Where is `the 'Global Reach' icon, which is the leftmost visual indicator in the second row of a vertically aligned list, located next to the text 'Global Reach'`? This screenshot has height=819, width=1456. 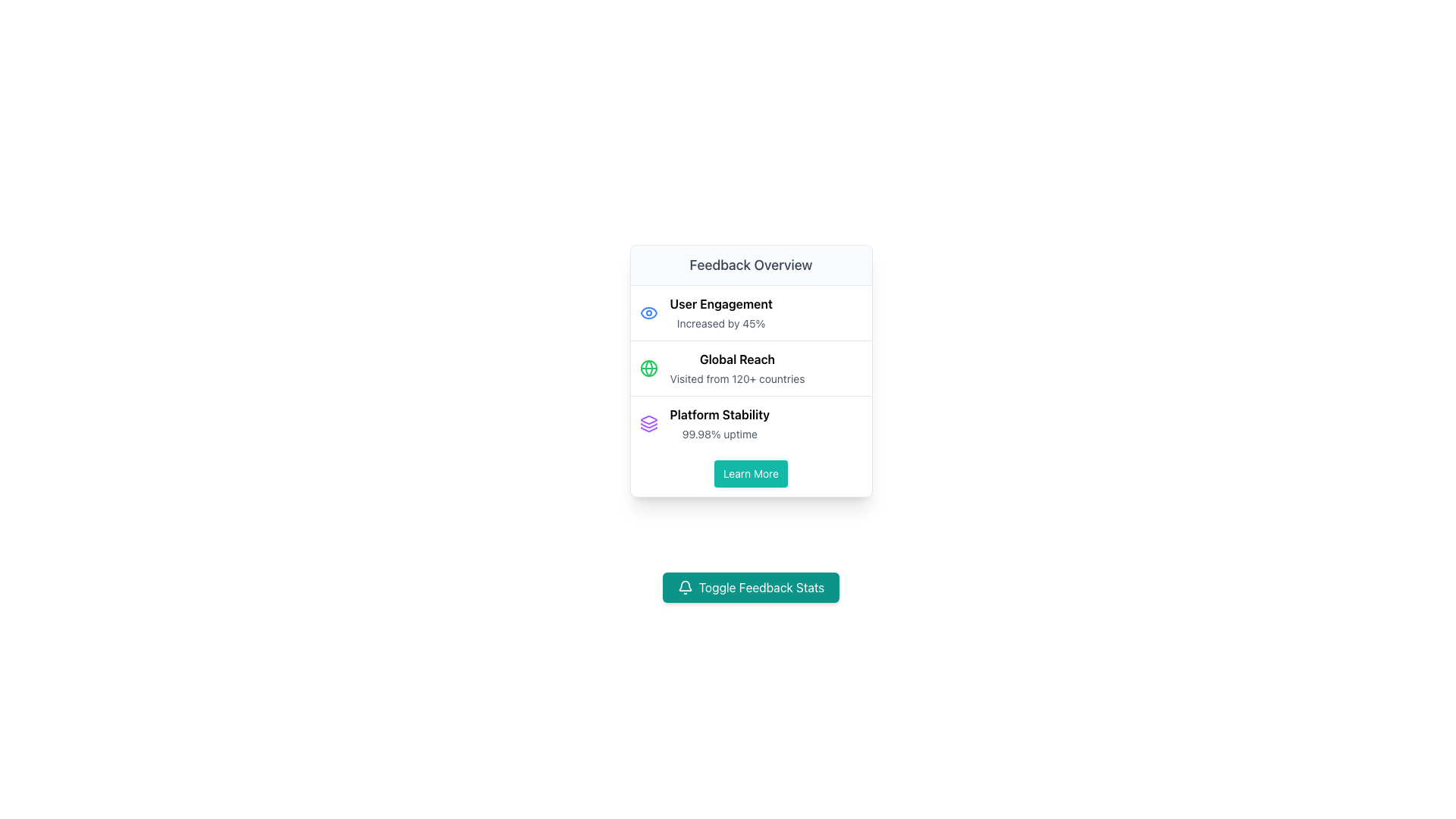
the 'Global Reach' icon, which is the leftmost visual indicator in the second row of a vertically aligned list, located next to the text 'Global Reach' is located at coordinates (648, 369).